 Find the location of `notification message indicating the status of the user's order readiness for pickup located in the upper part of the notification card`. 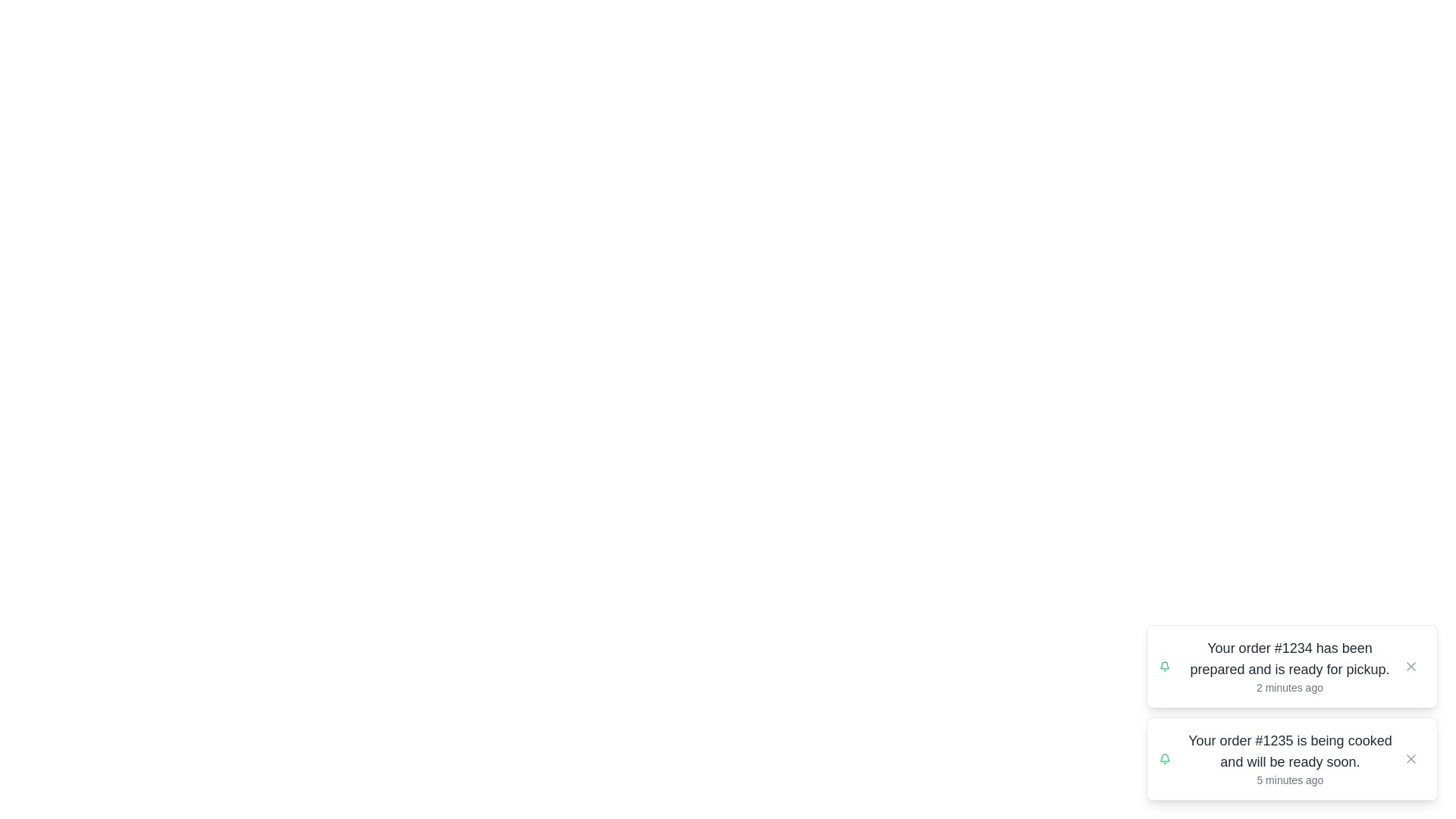

notification message indicating the status of the user's order readiness for pickup located in the upper part of the notification card is located at coordinates (1288, 657).